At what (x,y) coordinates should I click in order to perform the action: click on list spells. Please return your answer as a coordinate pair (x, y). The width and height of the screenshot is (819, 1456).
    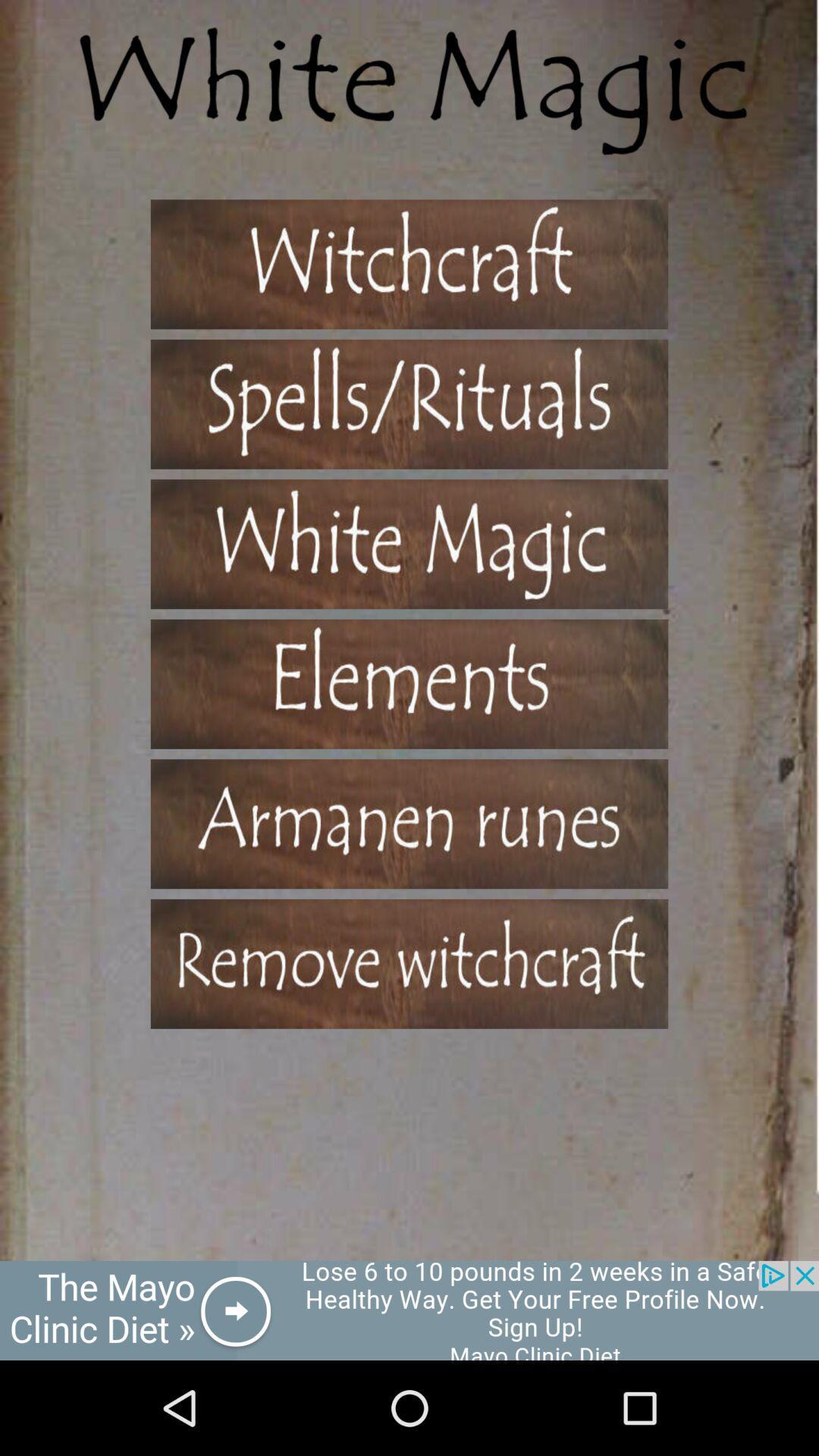
    Looking at the image, I should click on (409, 963).